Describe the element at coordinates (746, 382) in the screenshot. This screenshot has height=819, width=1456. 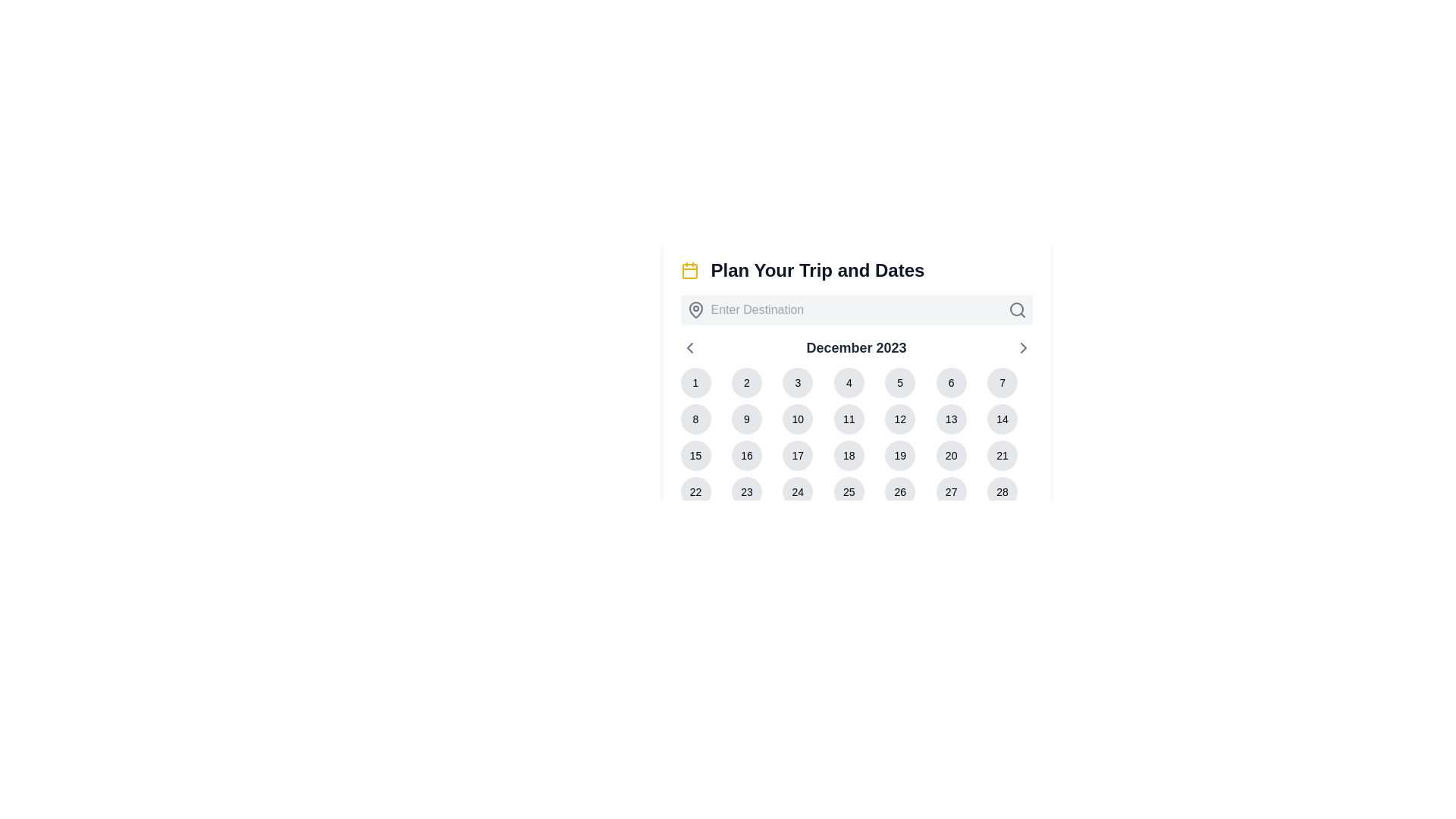
I see `the interactive button representing the date '2' within the calendar interface for interaction` at that location.